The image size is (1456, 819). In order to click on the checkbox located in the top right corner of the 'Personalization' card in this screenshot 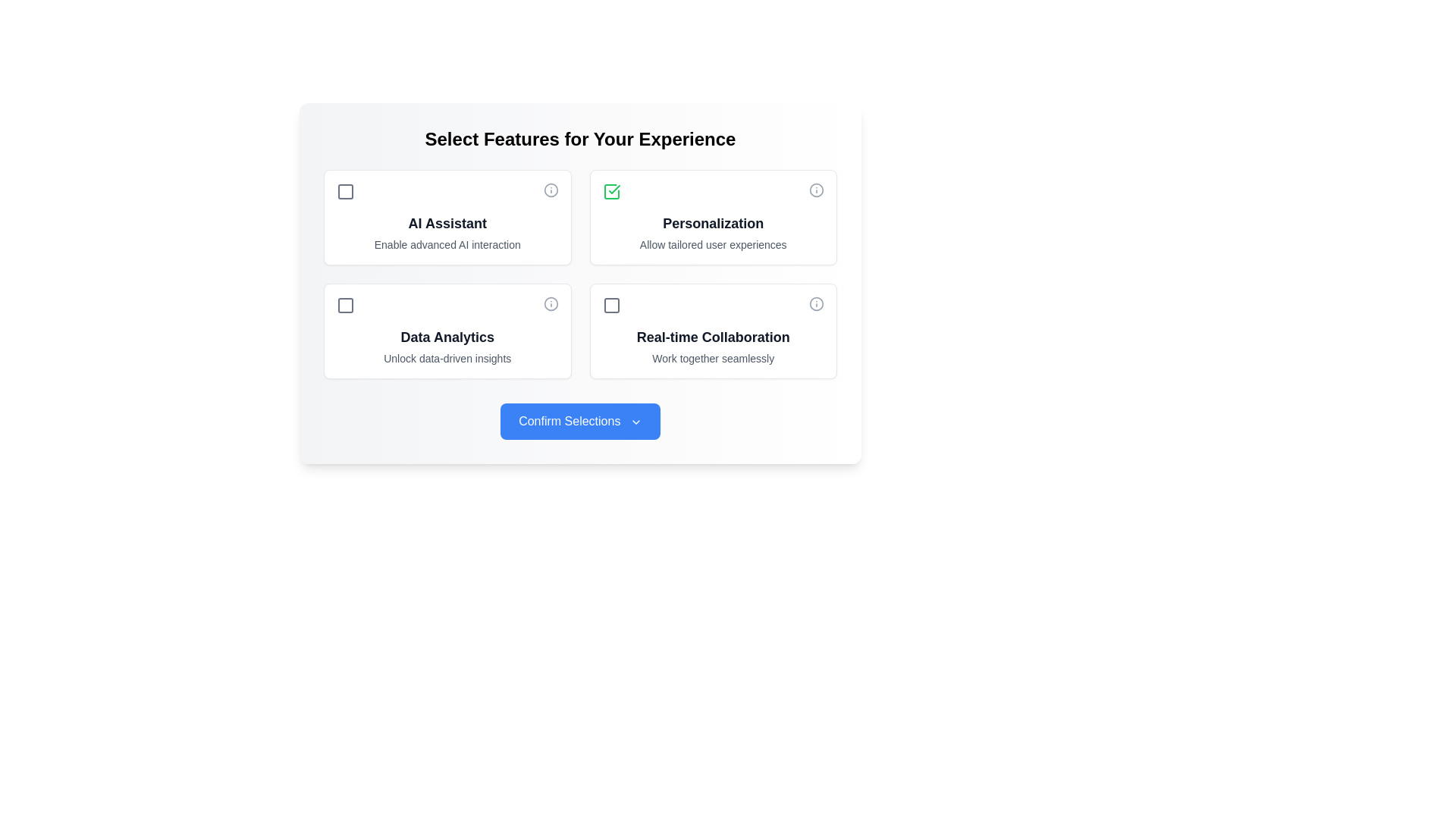, I will do `click(611, 191)`.